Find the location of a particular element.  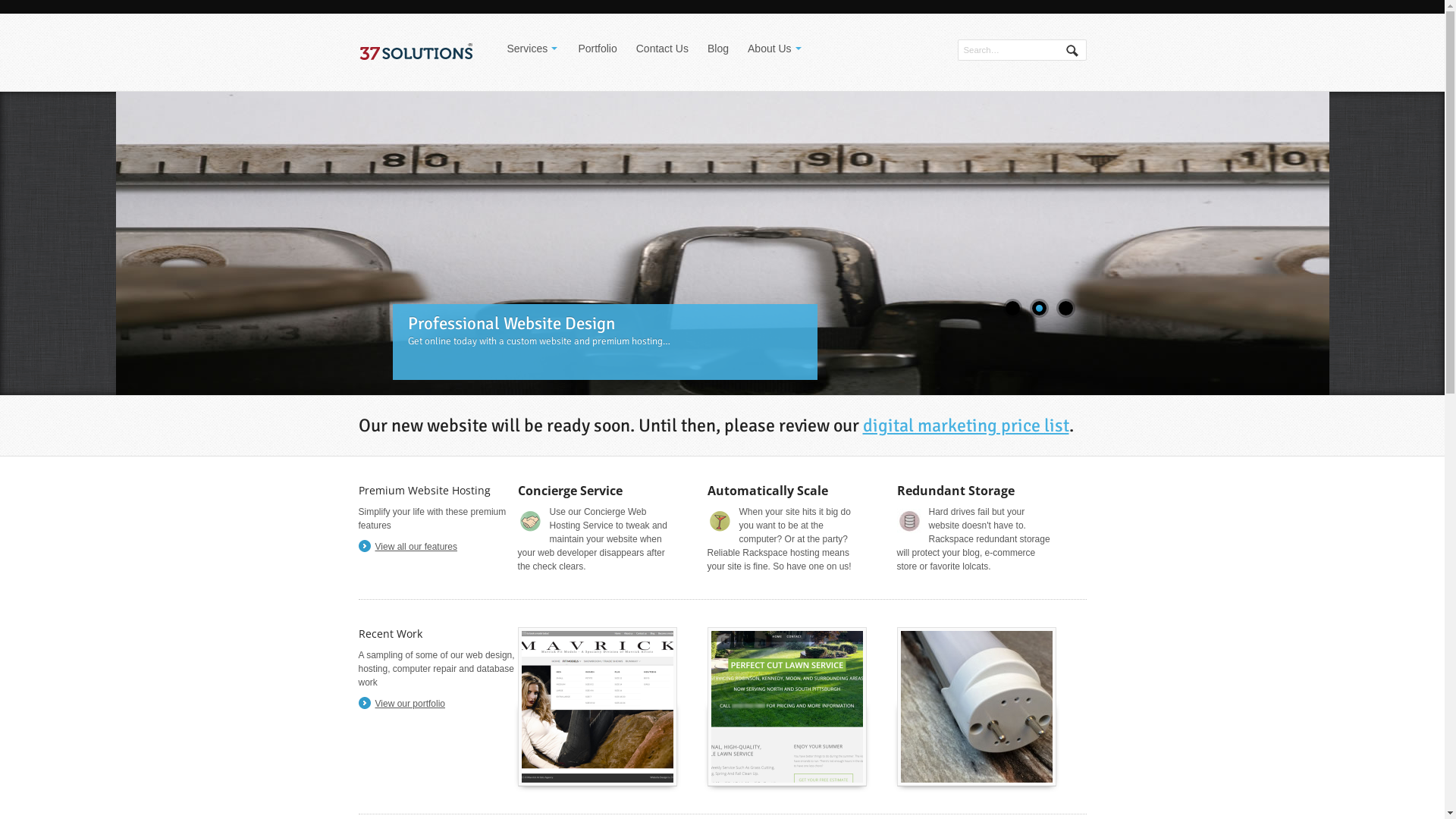

'About Us' is located at coordinates (775, 49).